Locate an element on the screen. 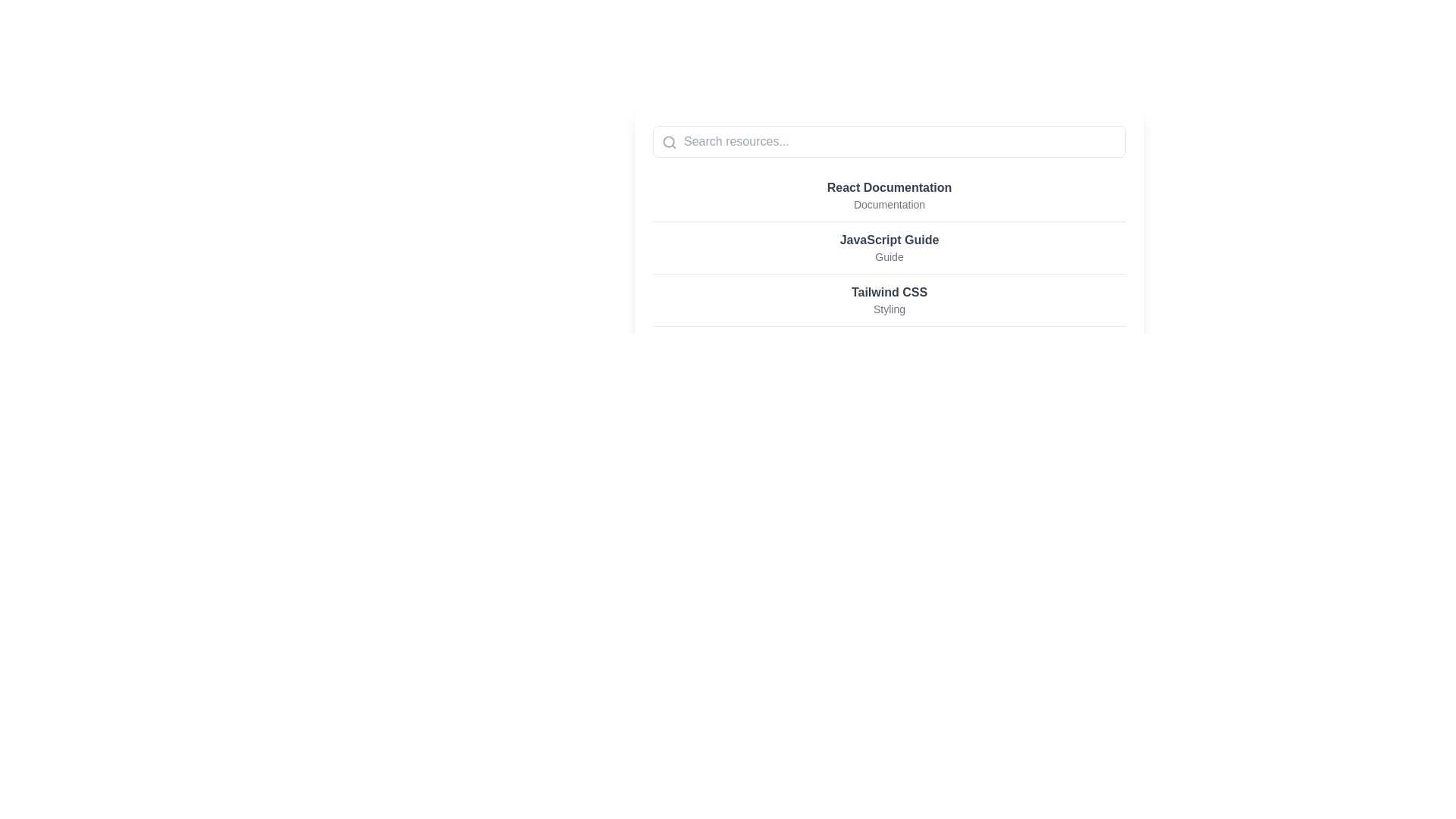 Image resolution: width=1456 pixels, height=819 pixels. the third item in the vertical list that displays 'Tailwind CSS' in bold and 'Styling' in smaller text is located at coordinates (889, 300).